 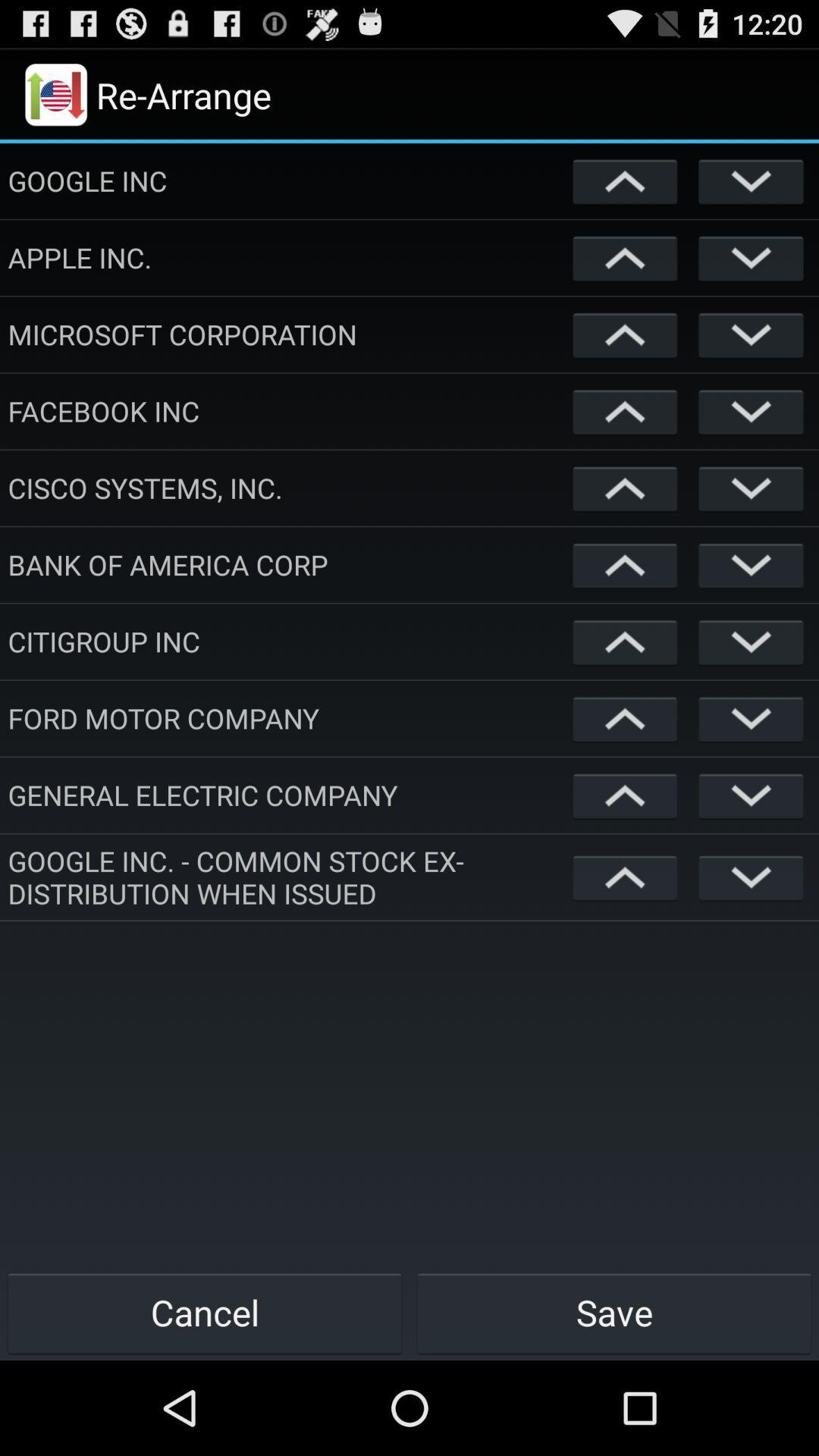 I want to click on cancel, so click(x=205, y=1312).